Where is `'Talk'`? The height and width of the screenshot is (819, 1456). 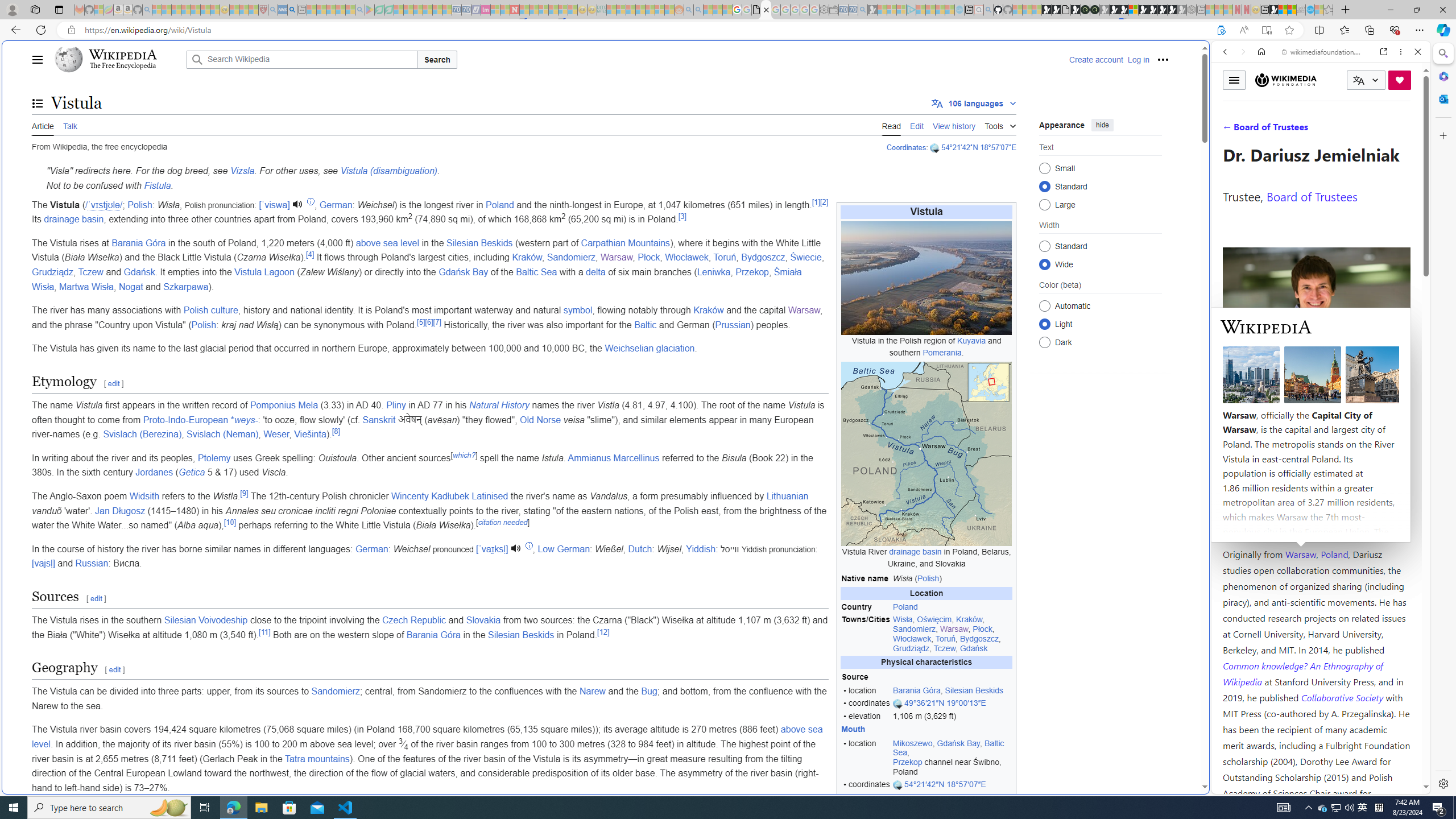
'Talk' is located at coordinates (69, 125).